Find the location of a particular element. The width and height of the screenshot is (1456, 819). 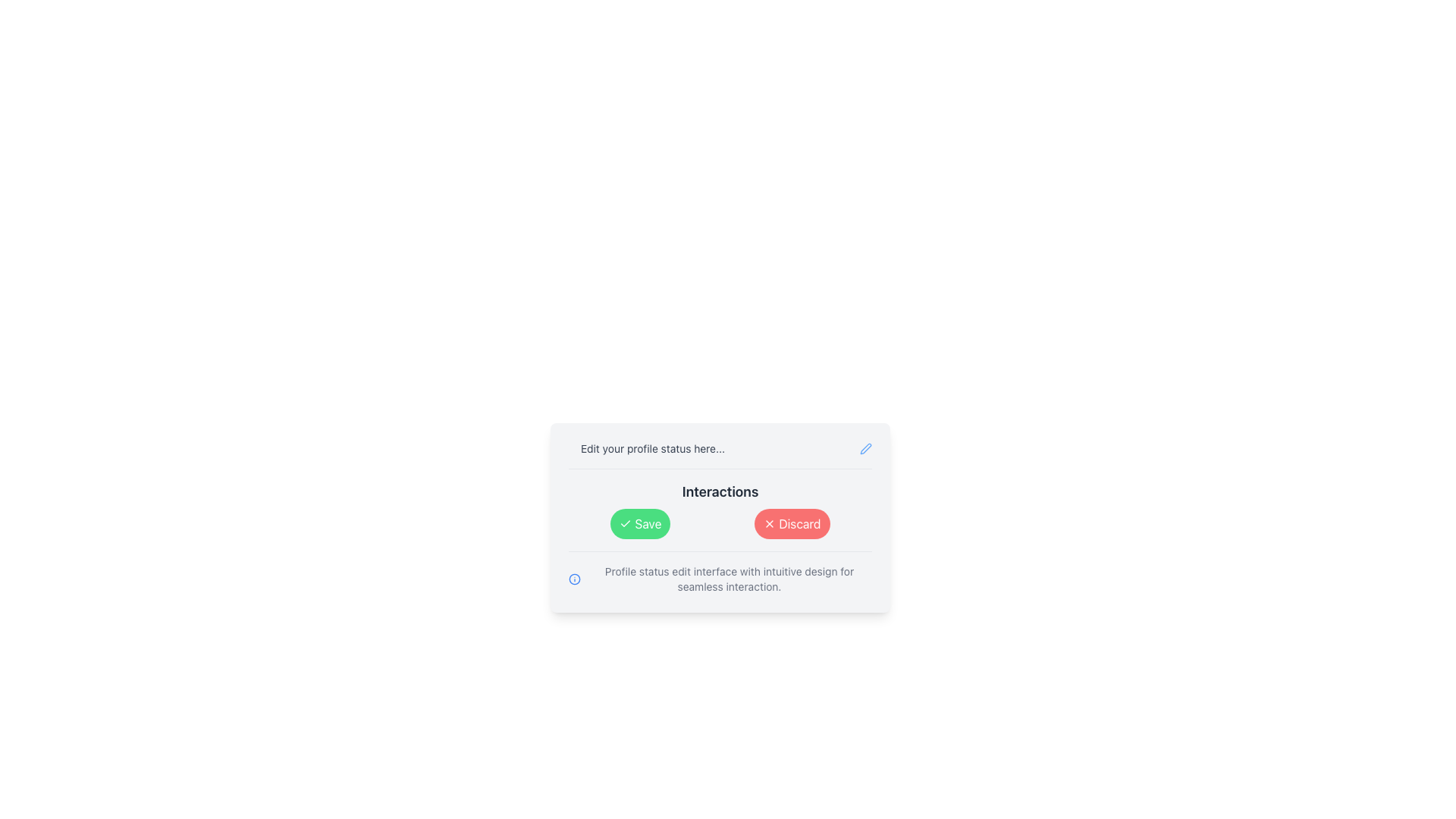

the informational text located at the bottom of the card-like section, directly below the 'Save' and 'Discard' buttons, to read its explanatory content is located at coordinates (720, 573).